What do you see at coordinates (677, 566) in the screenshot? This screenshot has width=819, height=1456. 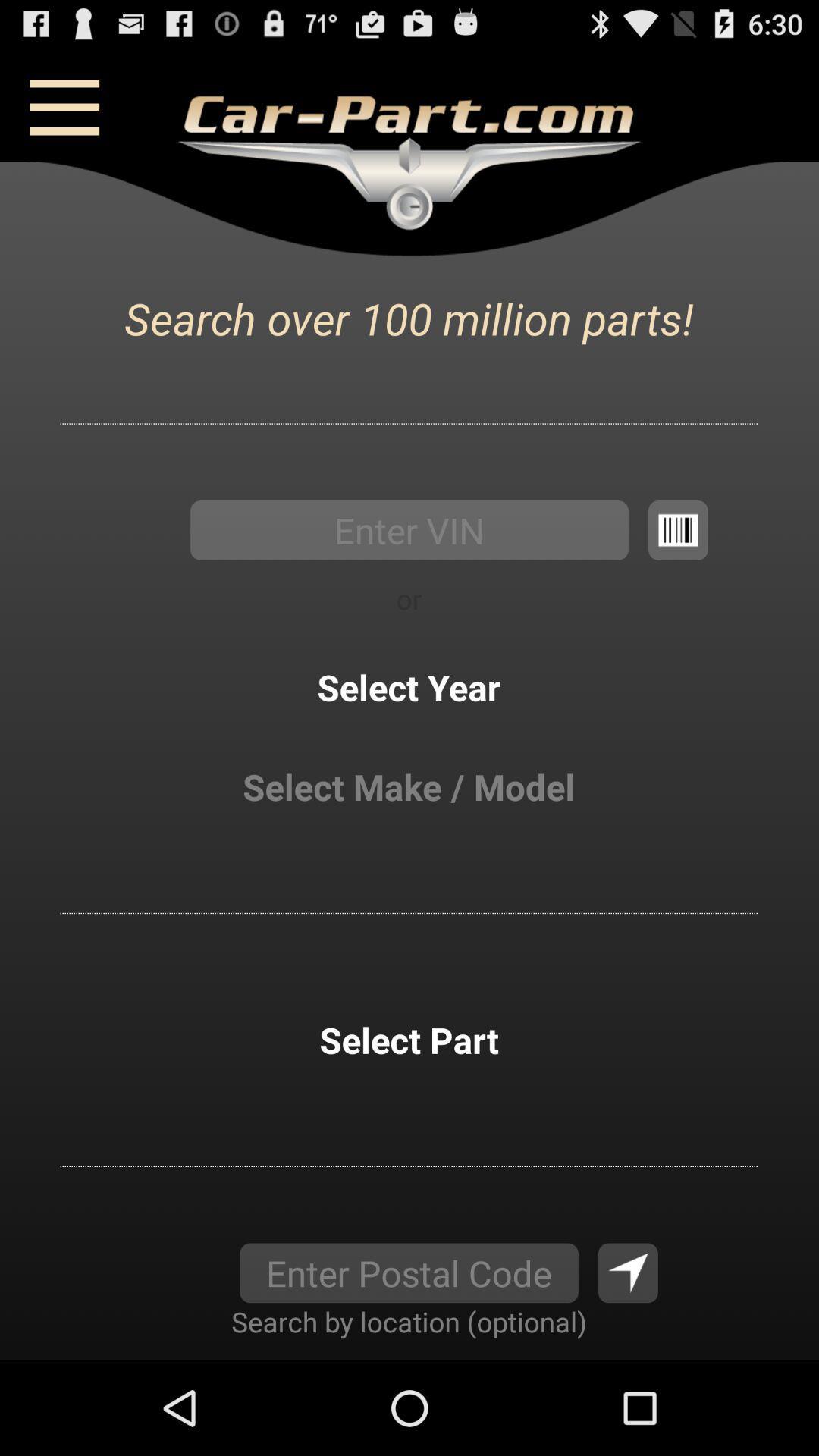 I see `the delete icon` at bounding box center [677, 566].